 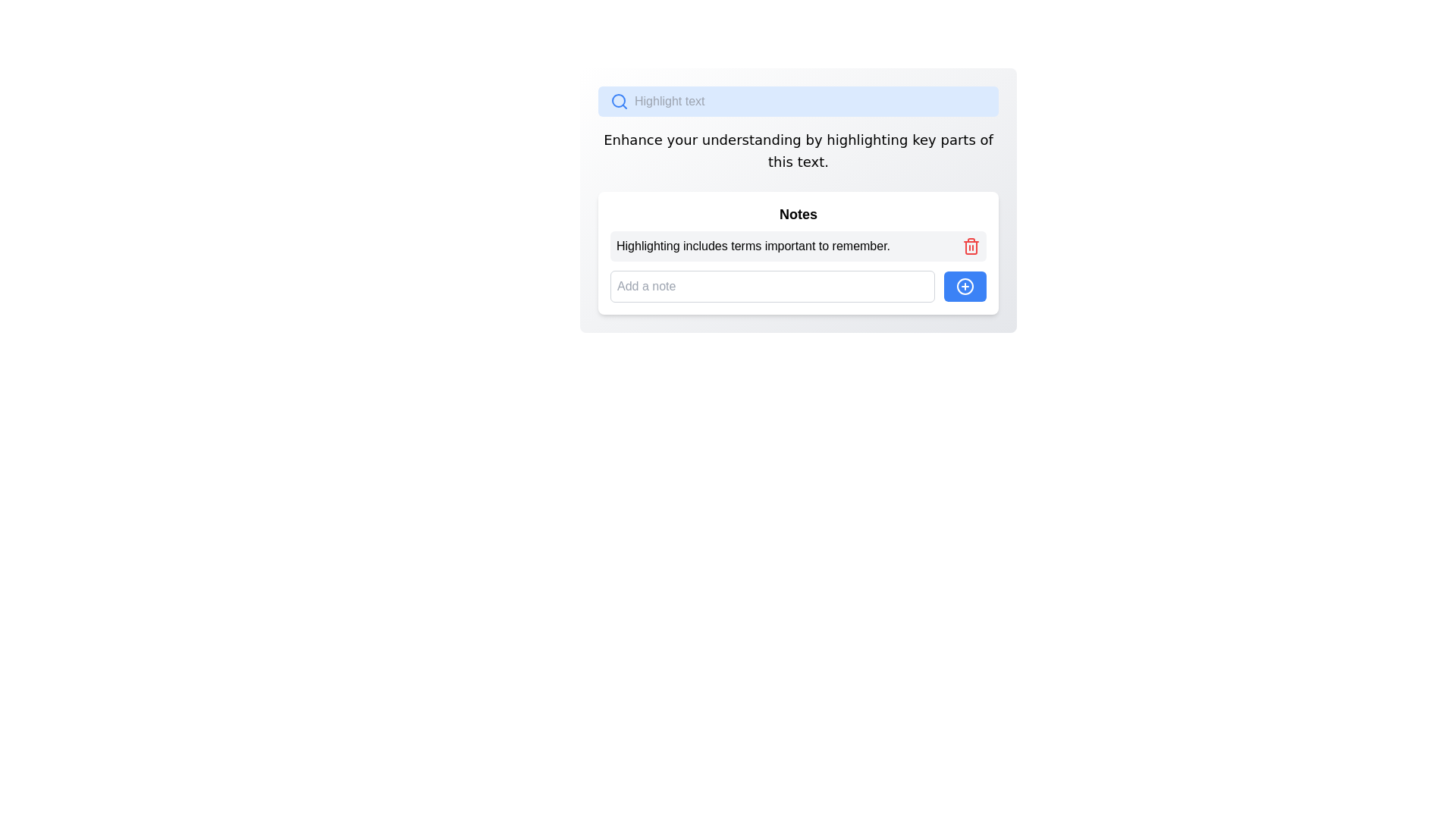 What do you see at coordinates (937, 140) in the screenshot?
I see `on the text cursor located within the text 'Enhance your understanding by highlighting key parts of this text.' near the word 'key parts.'` at bounding box center [937, 140].